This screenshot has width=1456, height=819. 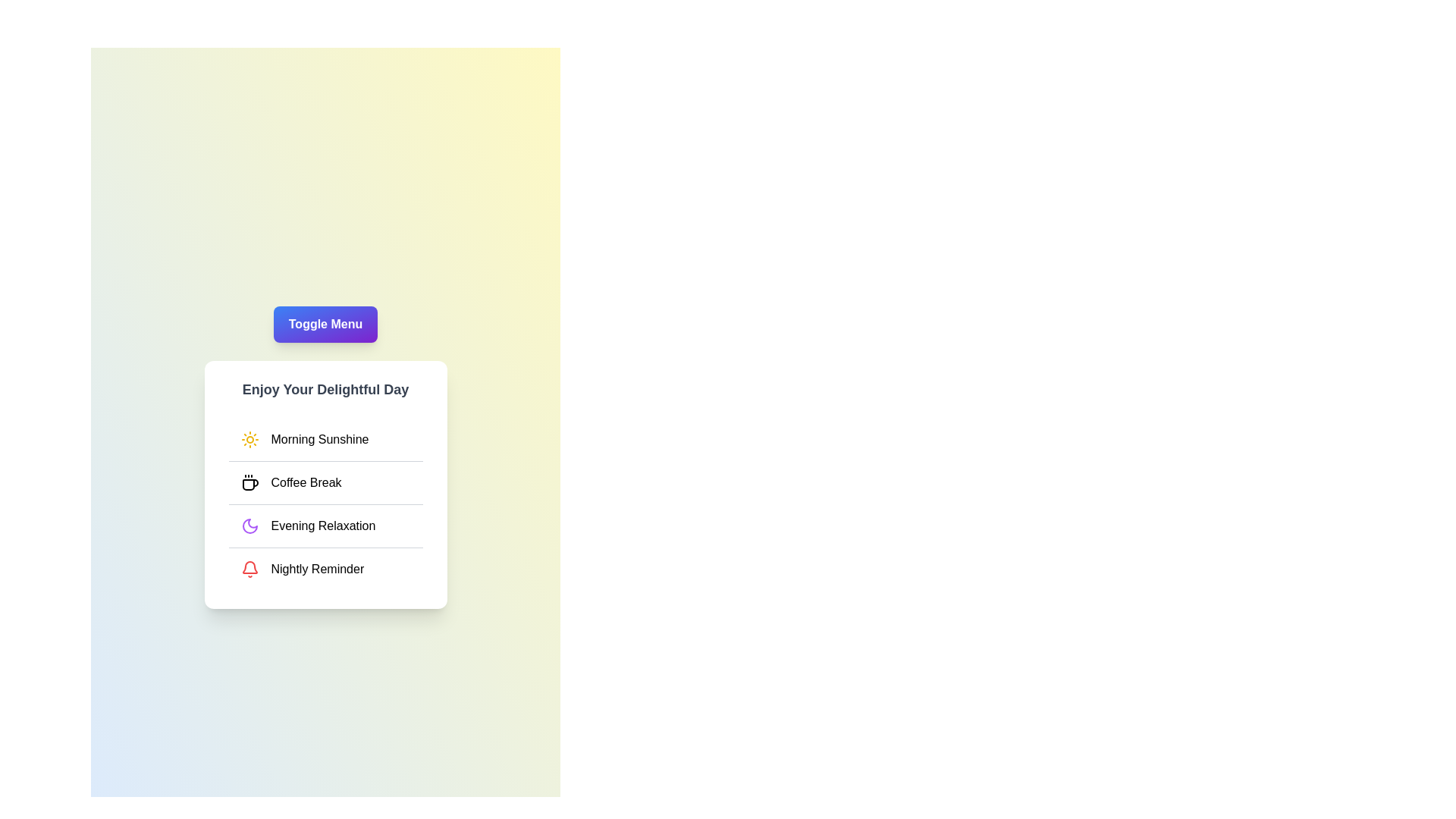 What do you see at coordinates (325, 482) in the screenshot?
I see `the menu item labeled Coffee Break` at bounding box center [325, 482].